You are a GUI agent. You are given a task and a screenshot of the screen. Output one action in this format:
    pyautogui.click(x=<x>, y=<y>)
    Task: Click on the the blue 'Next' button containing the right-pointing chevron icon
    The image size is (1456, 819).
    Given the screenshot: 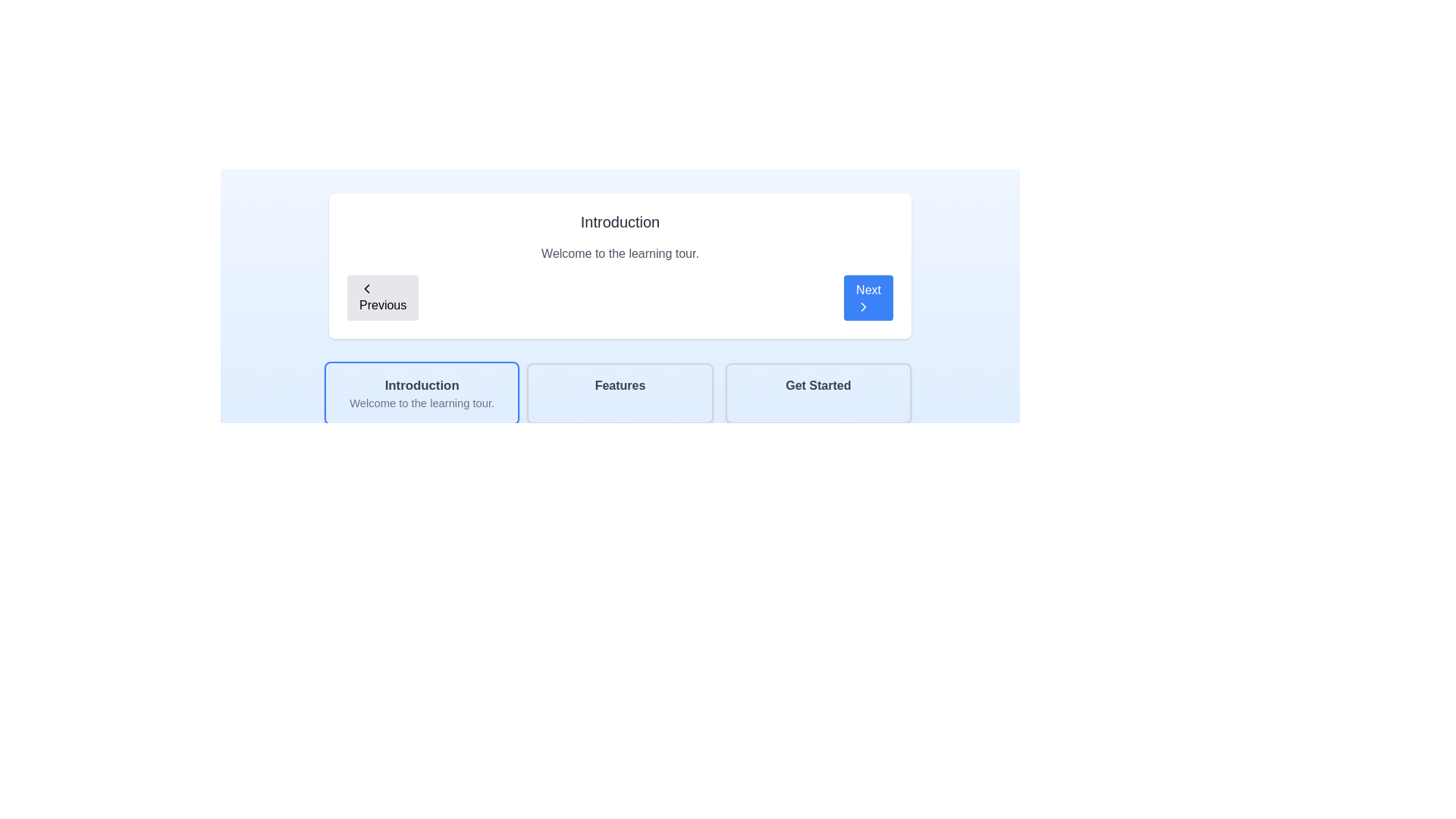 What is the action you would take?
    pyautogui.click(x=864, y=307)
    